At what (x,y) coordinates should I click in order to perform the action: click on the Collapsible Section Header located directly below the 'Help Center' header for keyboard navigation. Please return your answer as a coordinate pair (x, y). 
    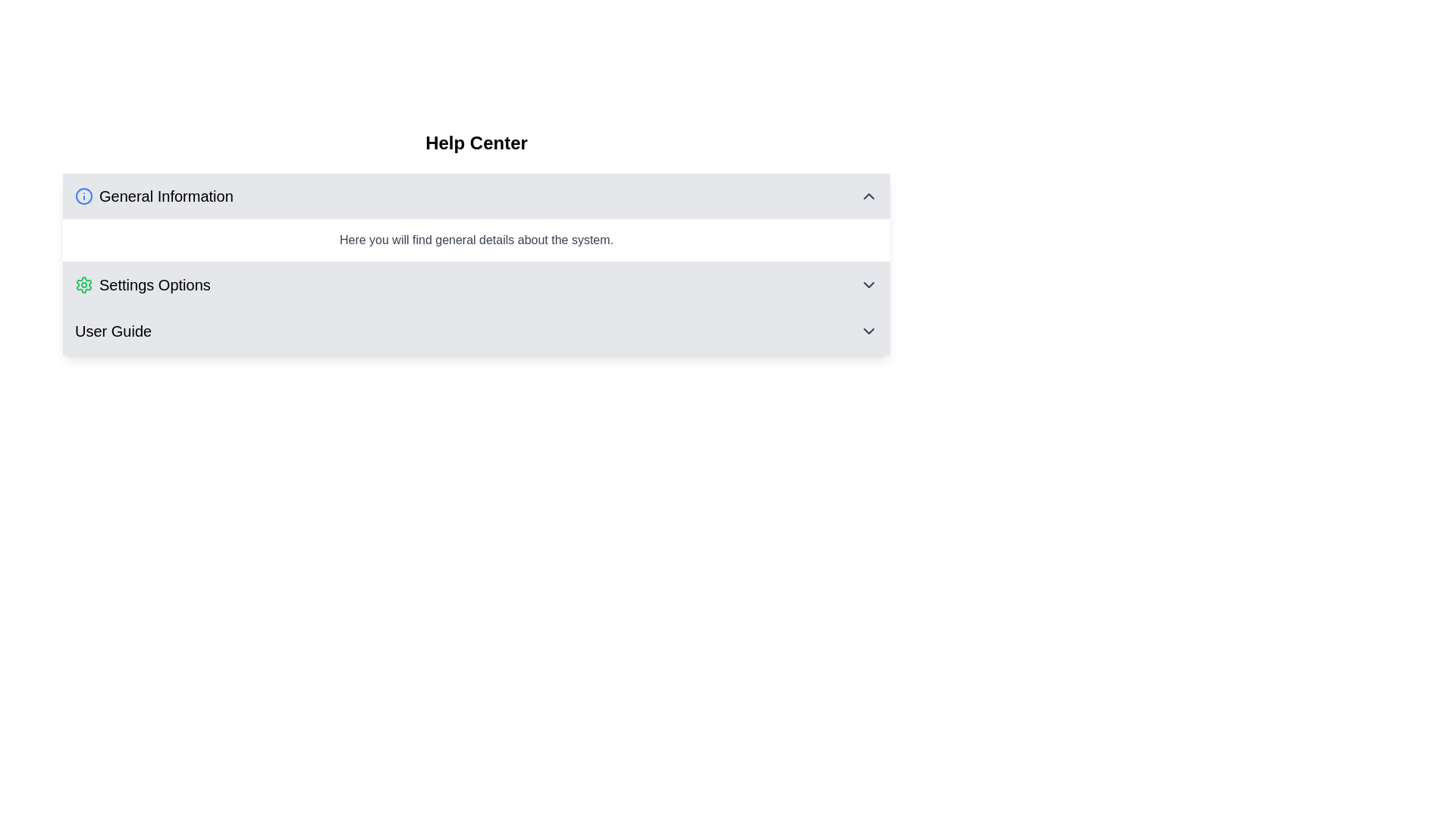
    Looking at the image, I should click on (475, 195).